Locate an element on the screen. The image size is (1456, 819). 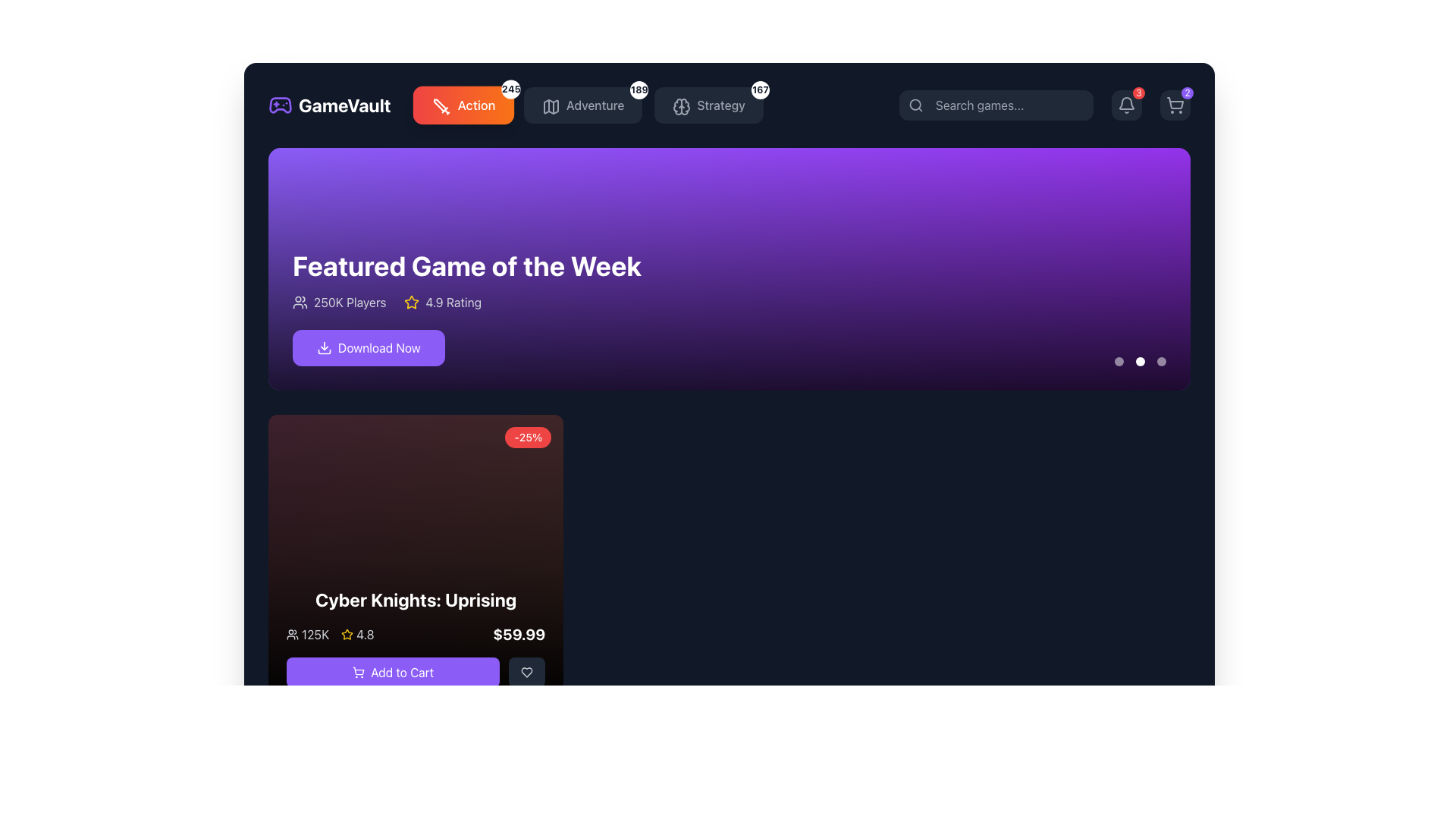
the category represented is located at coordinates (551, 106).